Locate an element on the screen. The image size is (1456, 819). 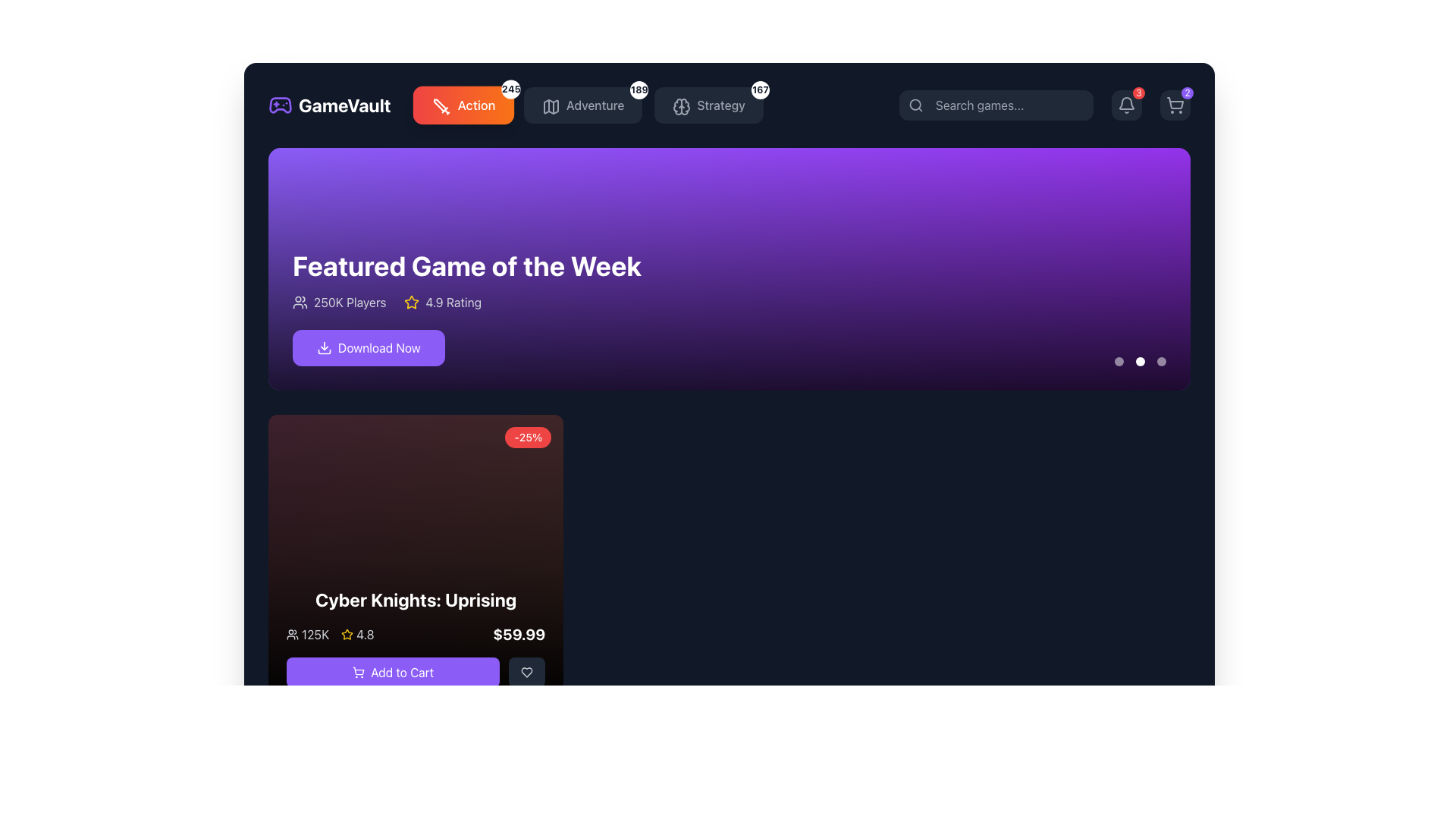
the category represented is located at coordinates (551, 106).